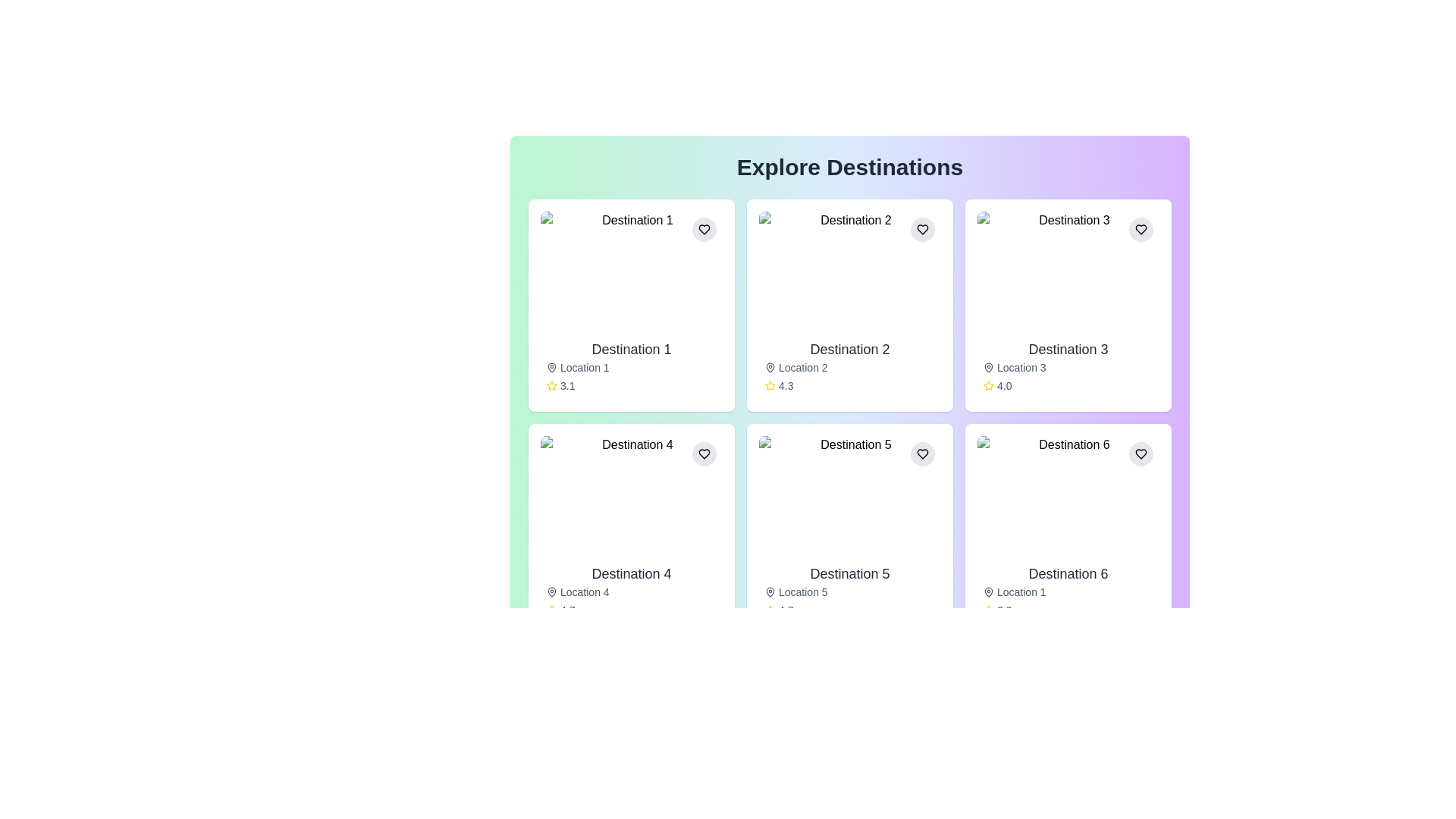 This screenshot has height=819, width=1456. Describe the element at coordinates (704, 230) in the screenshot. I see `the 'like' button located at the top-right corner of the 'Destination 1' card` at that location.